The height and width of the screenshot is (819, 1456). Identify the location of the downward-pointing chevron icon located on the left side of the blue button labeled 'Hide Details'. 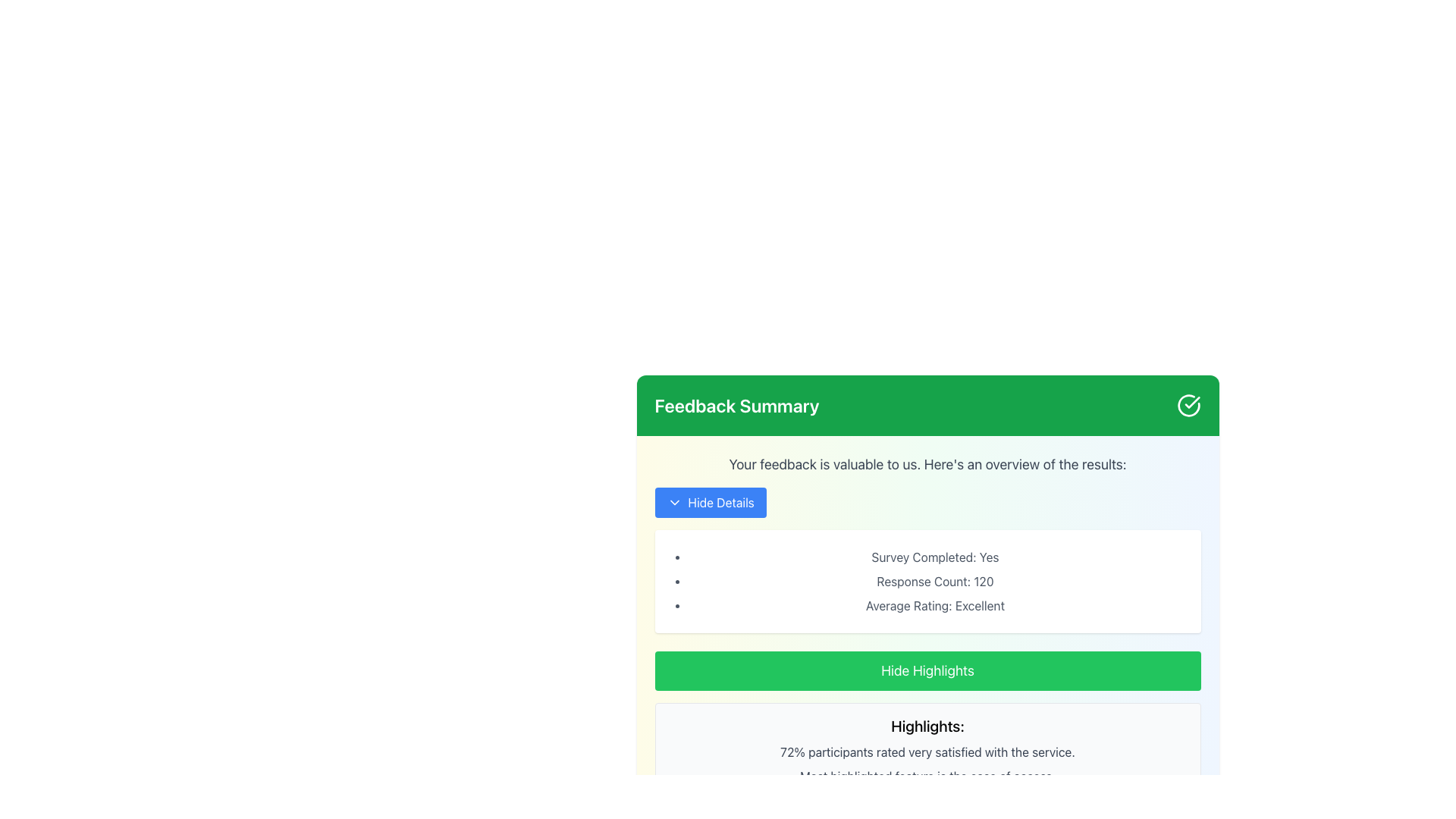
(673, 503).